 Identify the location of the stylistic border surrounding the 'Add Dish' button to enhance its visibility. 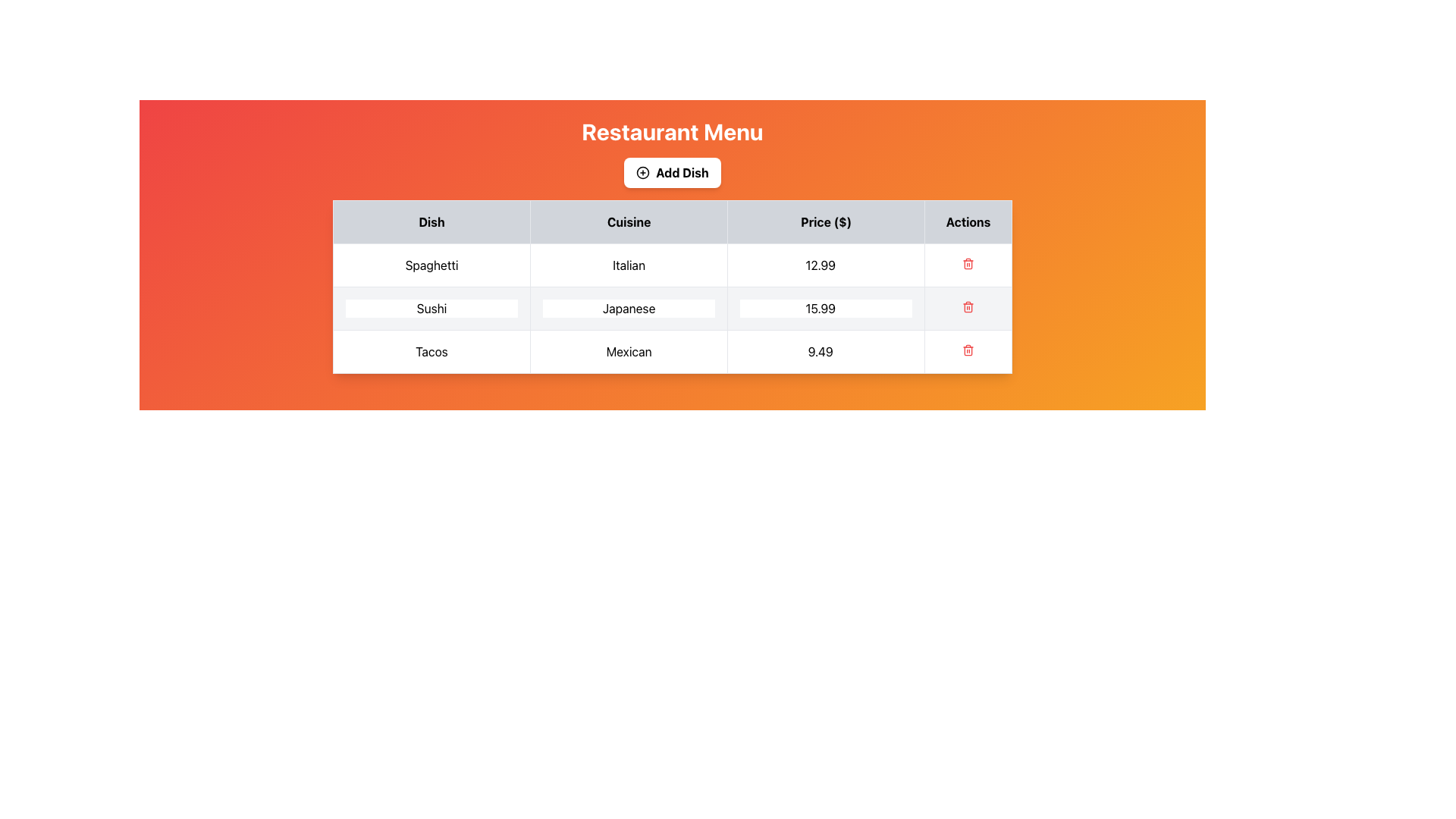
(643, 171).